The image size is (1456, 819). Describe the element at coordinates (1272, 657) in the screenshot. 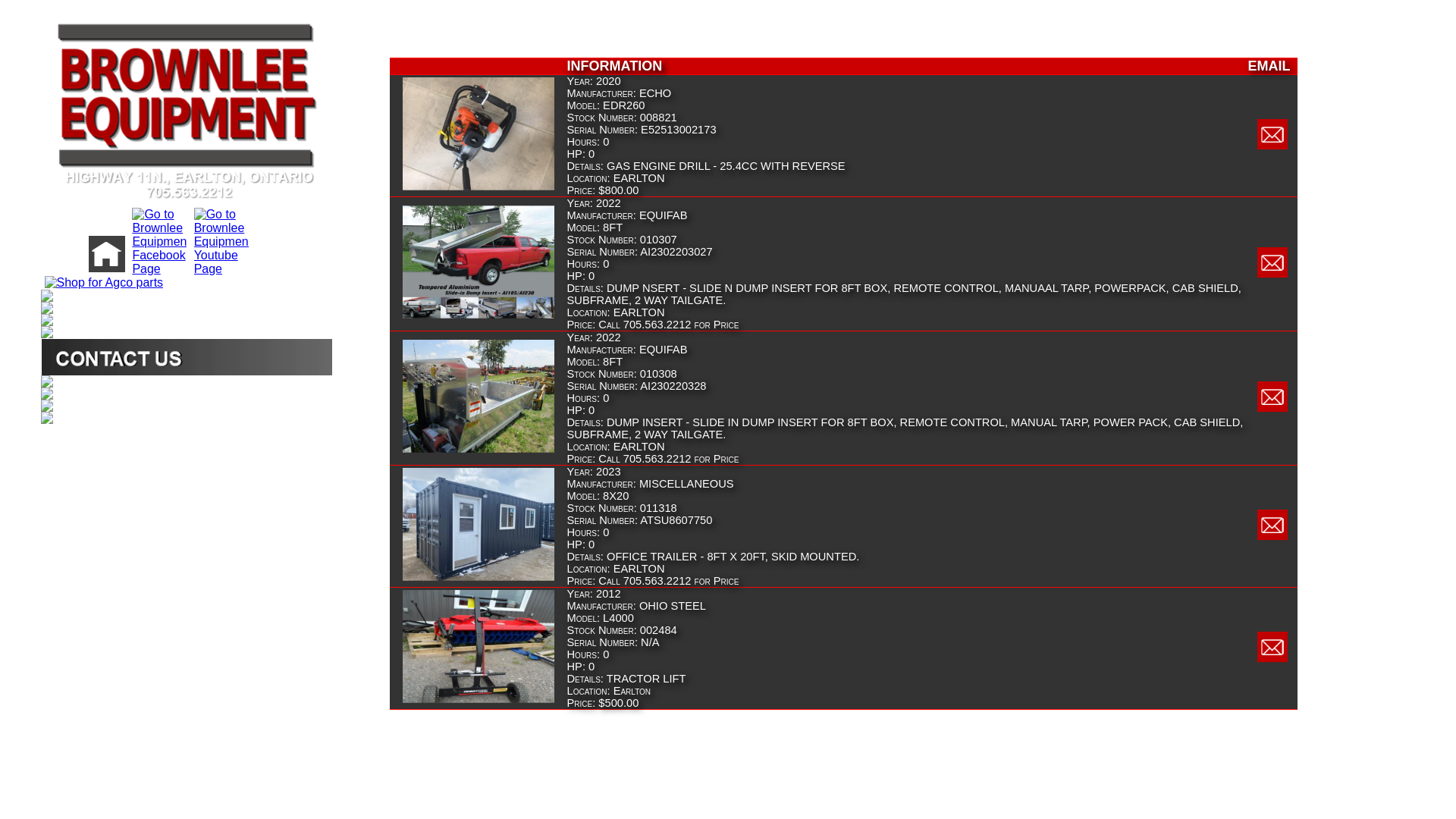

I see `'Email Brownlee Equipment'` at that location.